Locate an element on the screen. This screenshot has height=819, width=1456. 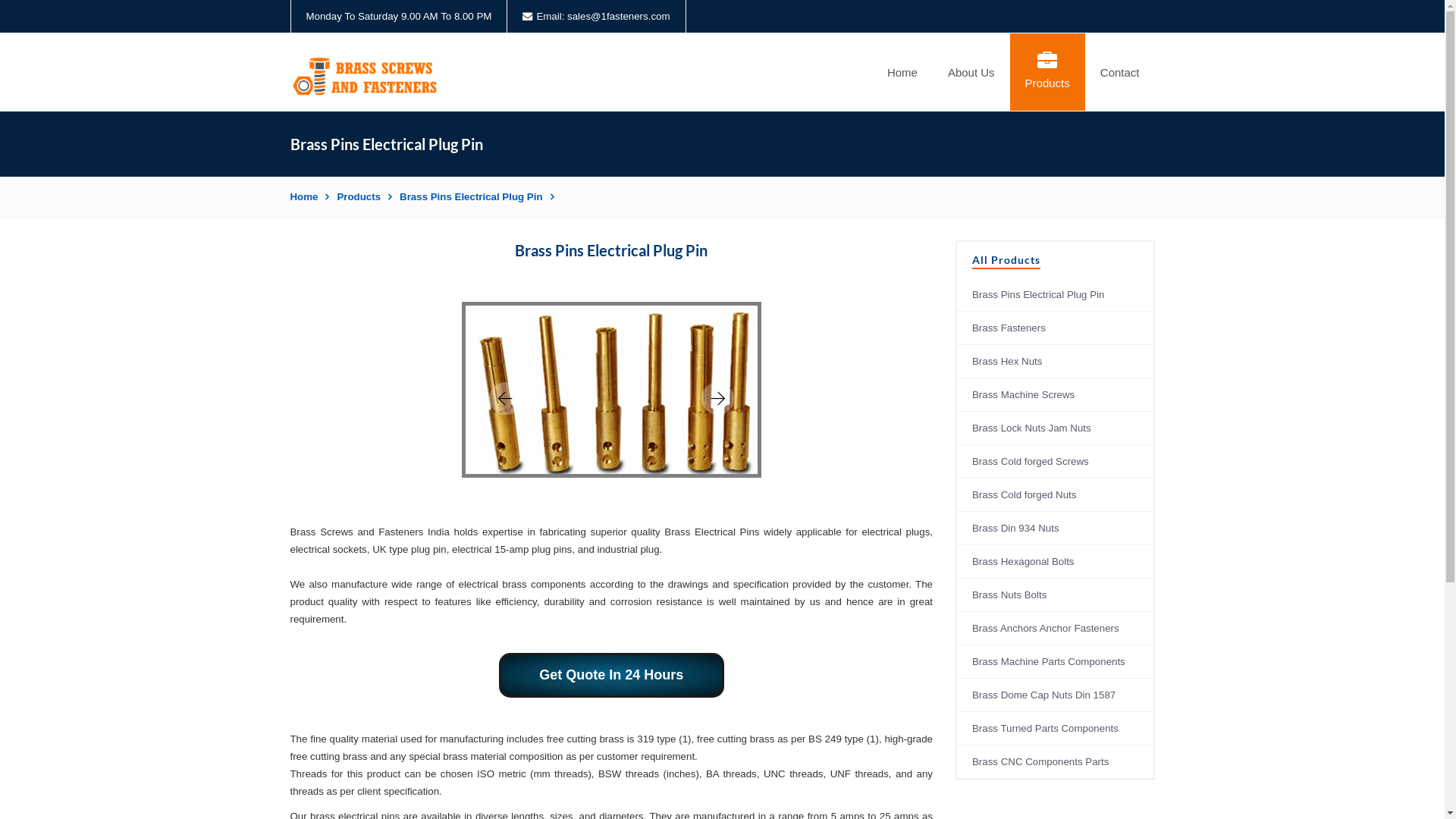
'Products' is located at coordinates (364, 196).